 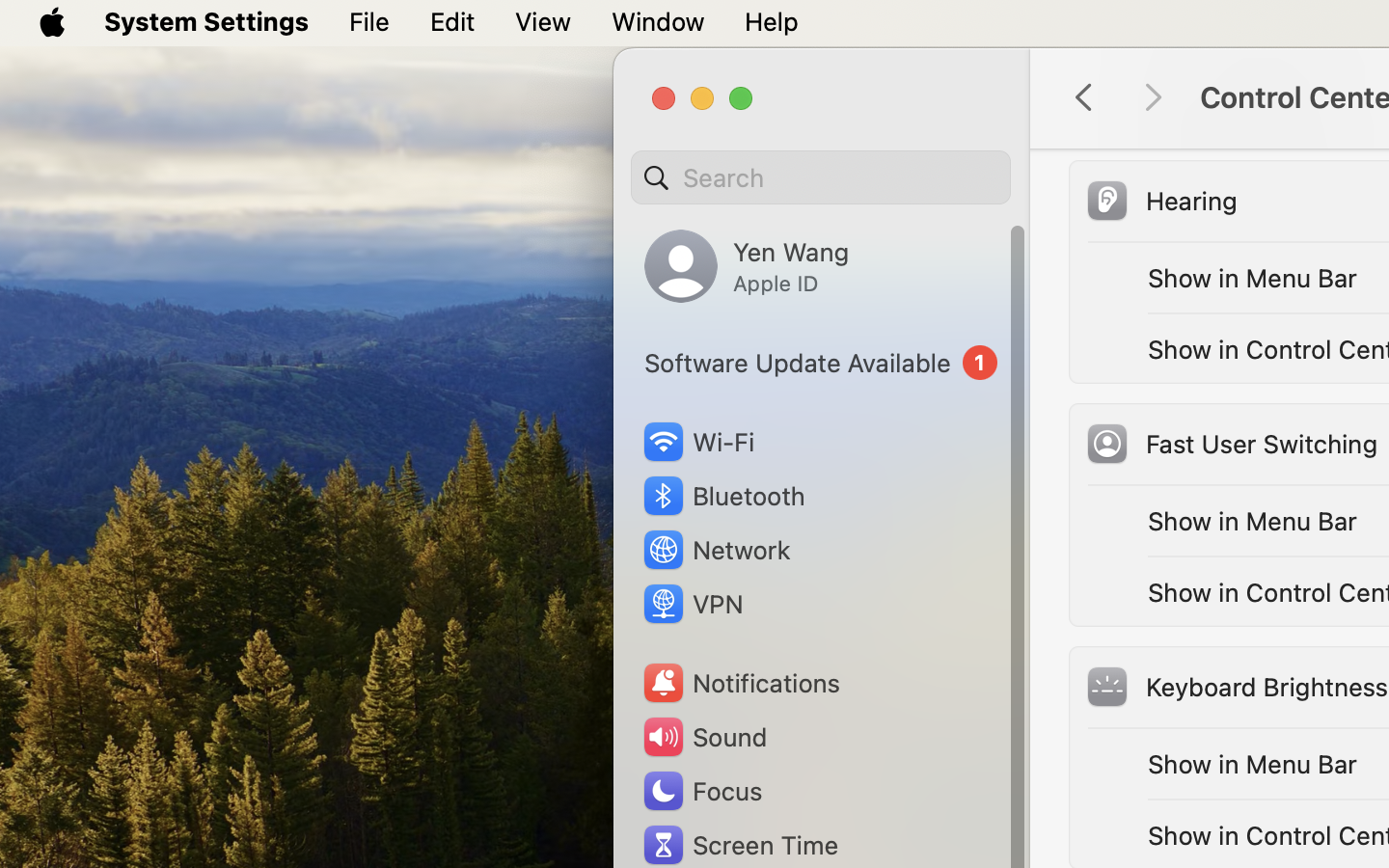 What do you see at coordinates (715, 549) in the screenshot?
I see `'Network'` at bounding box center [715, 549].